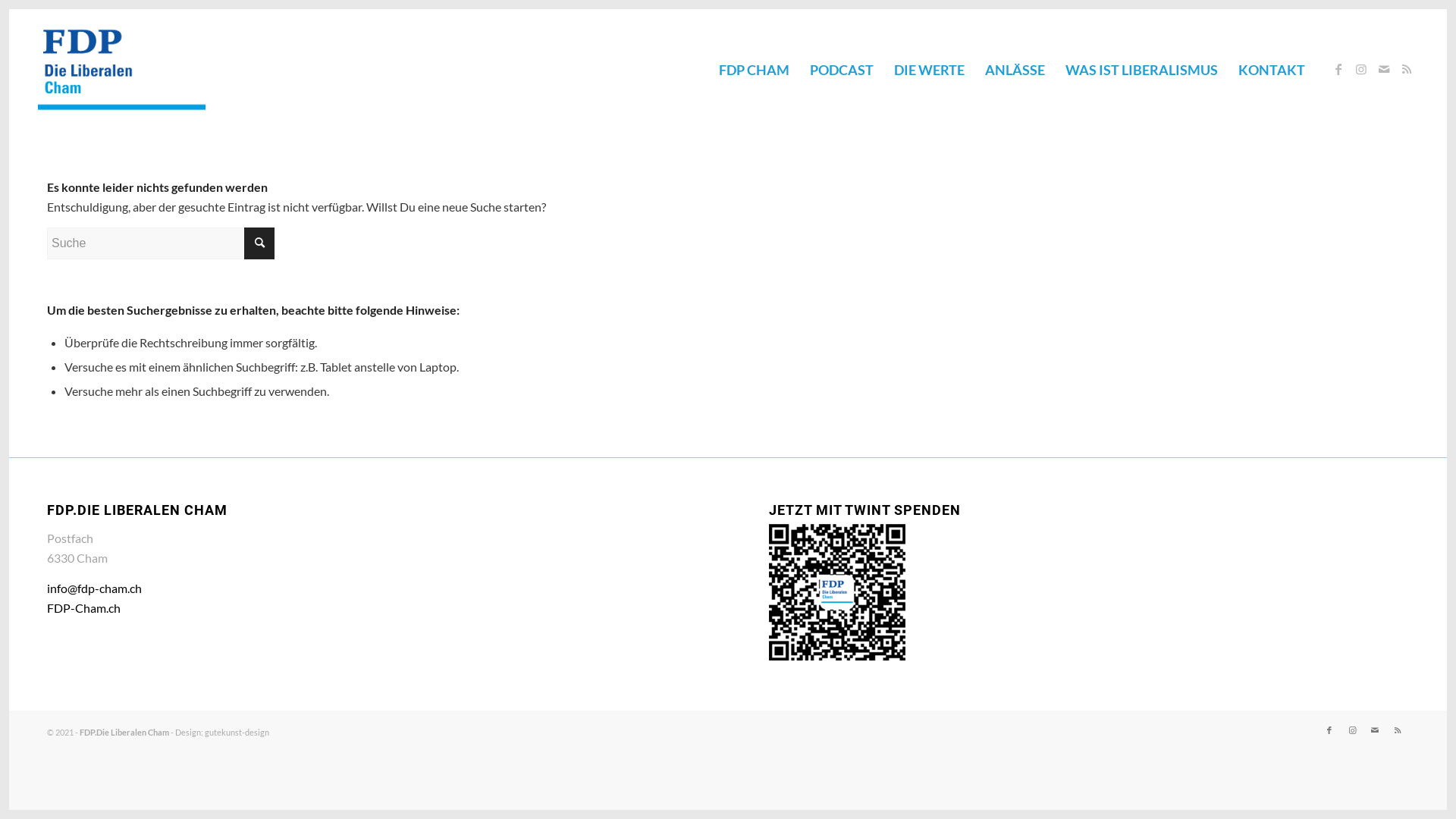 The image size is (1456, 819). What do you see at coordinates (221, 731) in the screenshot?
I see `'Design: gutekunst-design'` at bounding box center [221, 731].